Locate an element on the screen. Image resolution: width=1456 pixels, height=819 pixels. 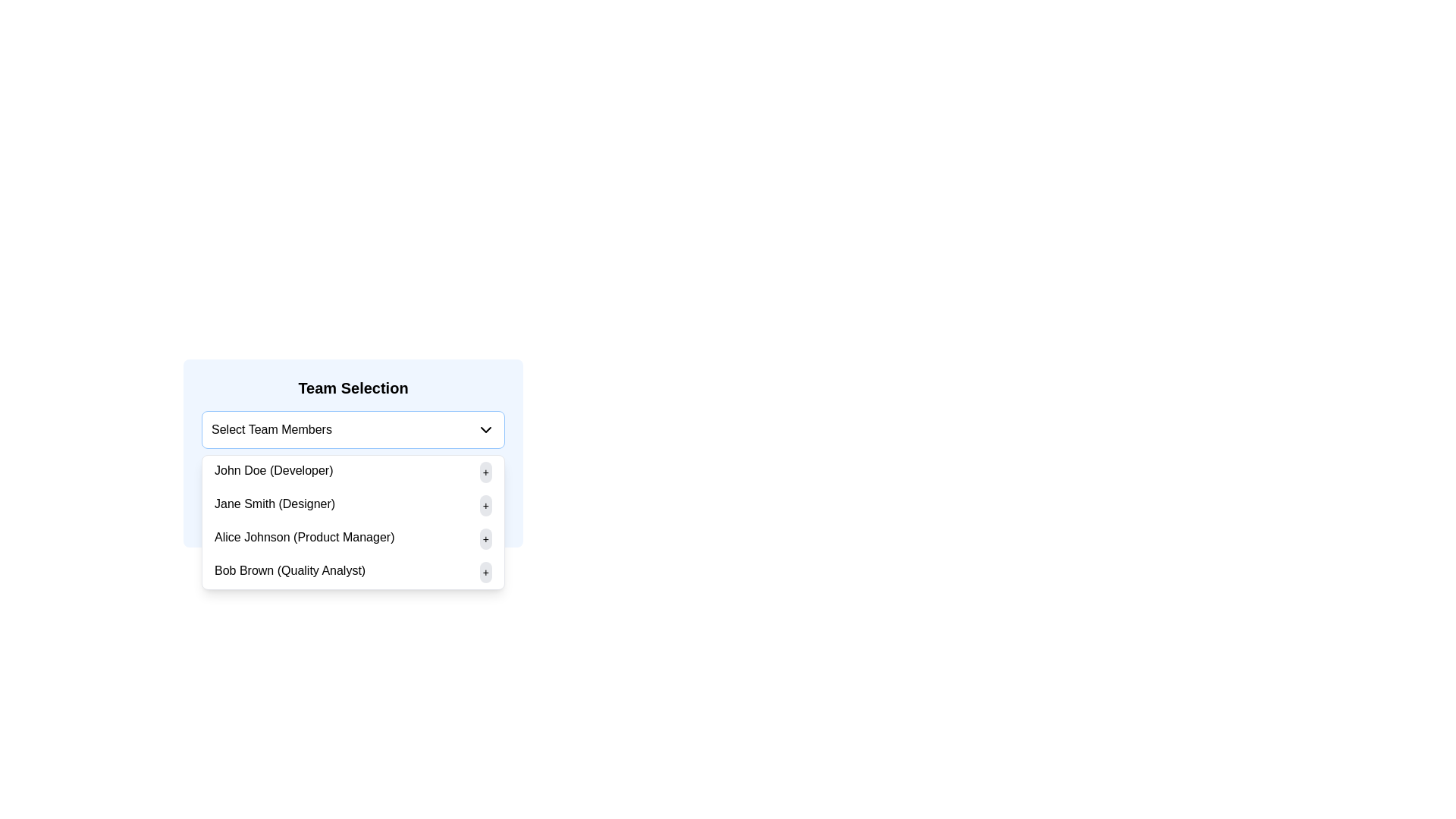
the Text Label displaying 'Bob Brown (Quality Analyst)' within the 'Team Selection' dialog, which is the fourth option in the menu is located at coordinates (290, 573).